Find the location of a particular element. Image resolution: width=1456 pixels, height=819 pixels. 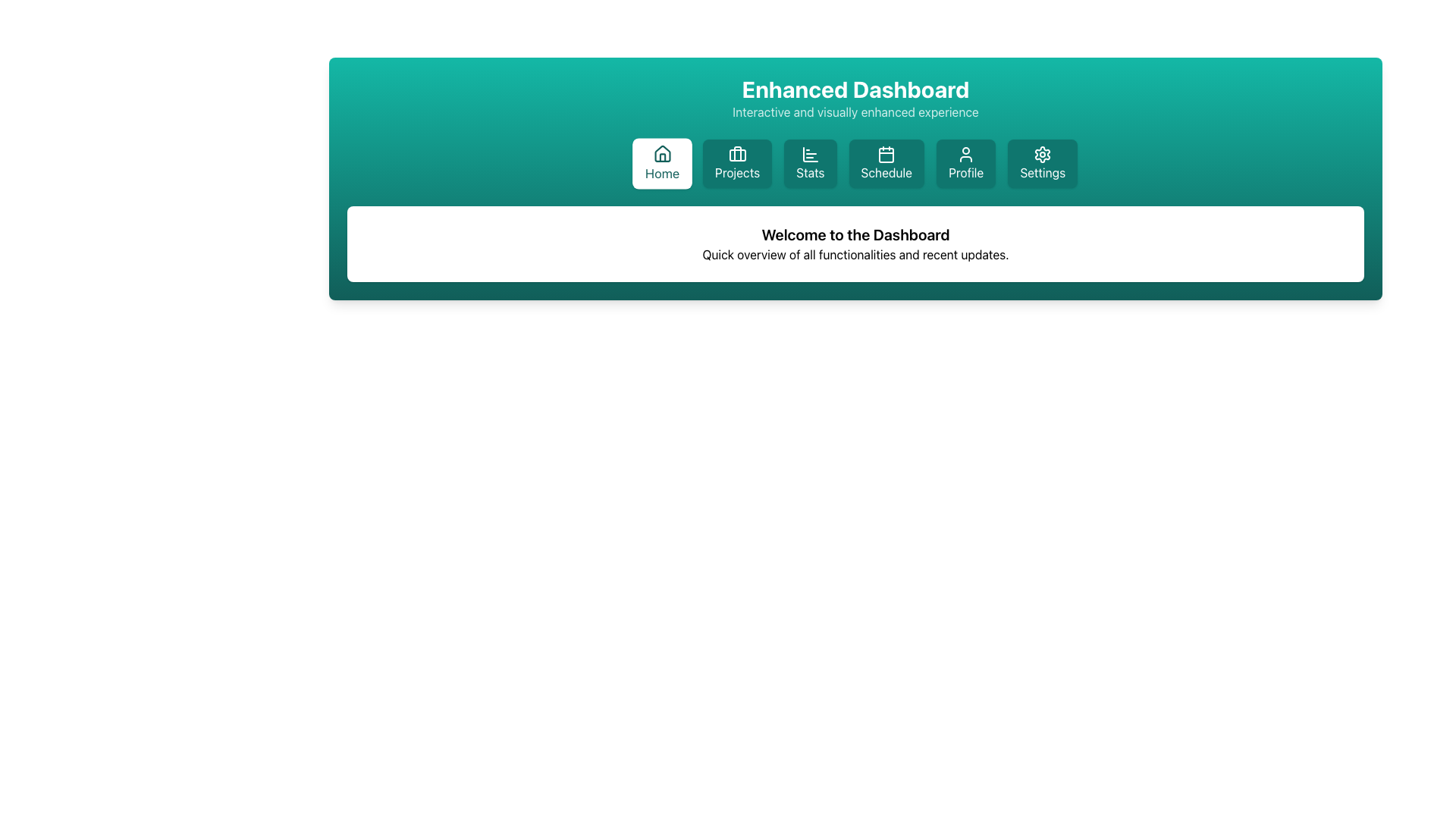

text element containing the phrase 'Quick overview of all functionalities and recent updates.' which is positioned below the 'Welcome to the Dashboard' header is located at coordinates (855, 253).